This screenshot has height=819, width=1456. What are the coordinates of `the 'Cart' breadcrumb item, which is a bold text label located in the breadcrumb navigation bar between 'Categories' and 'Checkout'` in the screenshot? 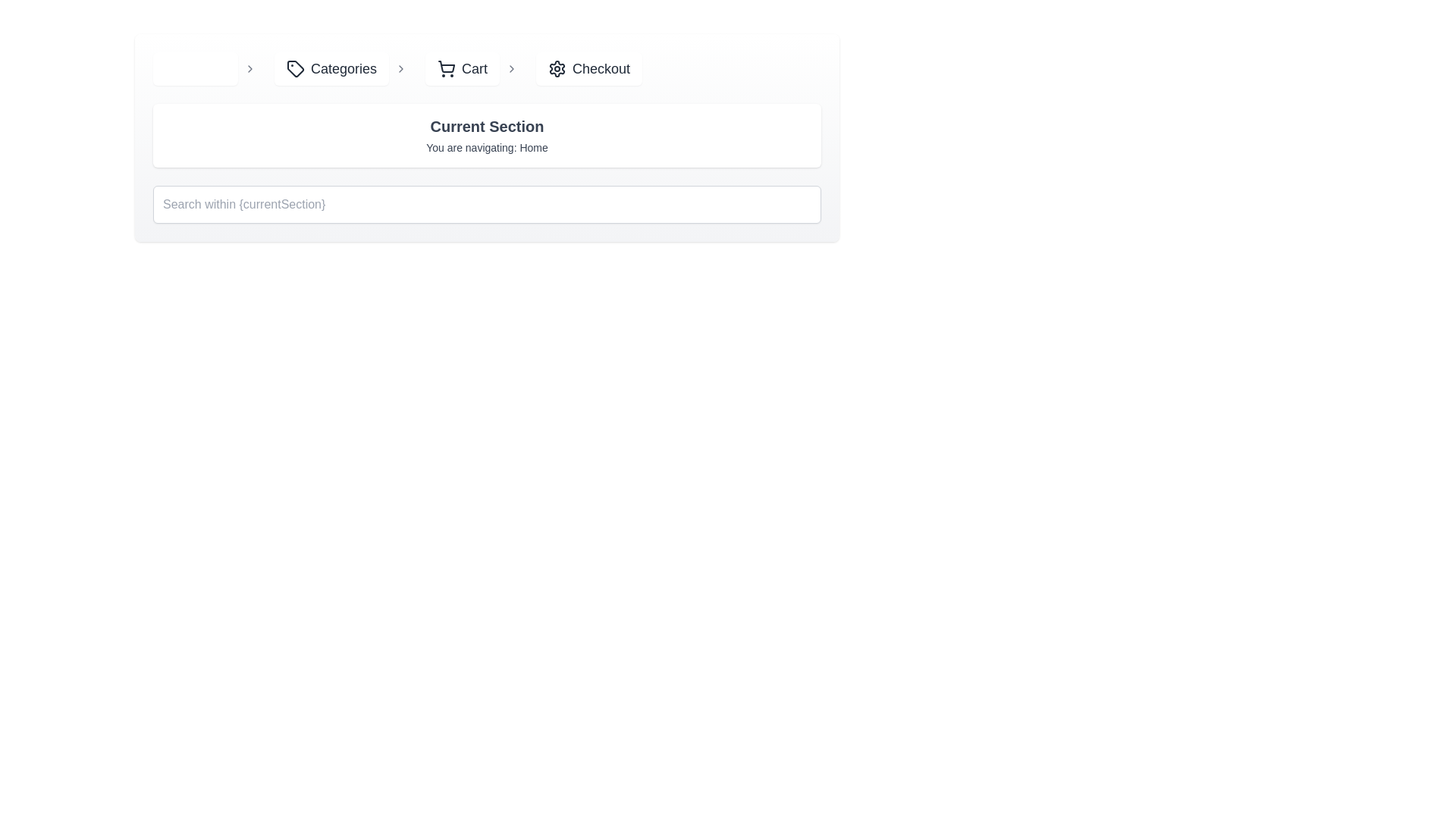 It's located at (474, 69).